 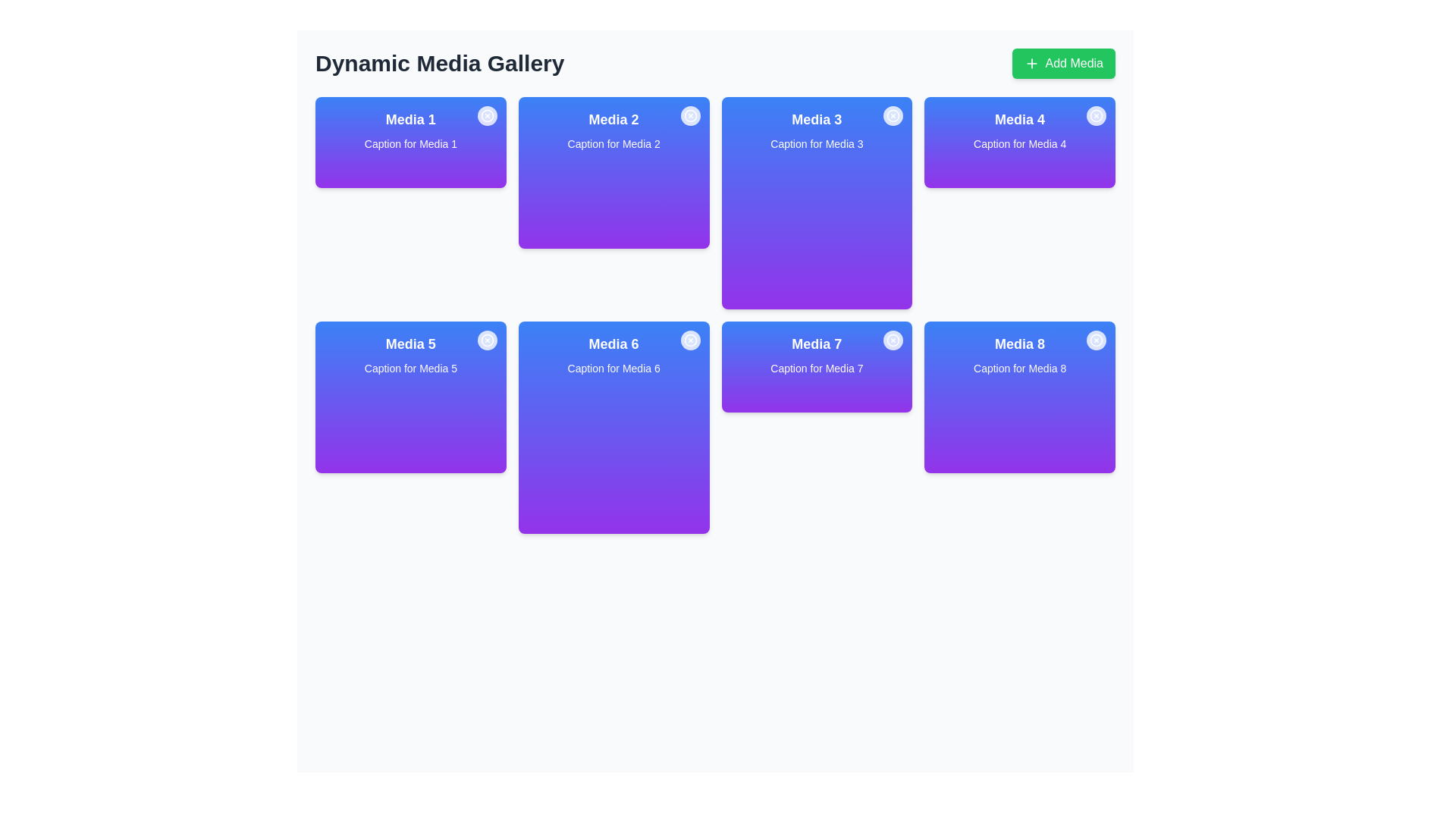 I want to click on the circular close button with a red 'X' symbol in the top-right corner of the card labeled 'Media 5' to observe the hover effect, so click(x=487, y=339).